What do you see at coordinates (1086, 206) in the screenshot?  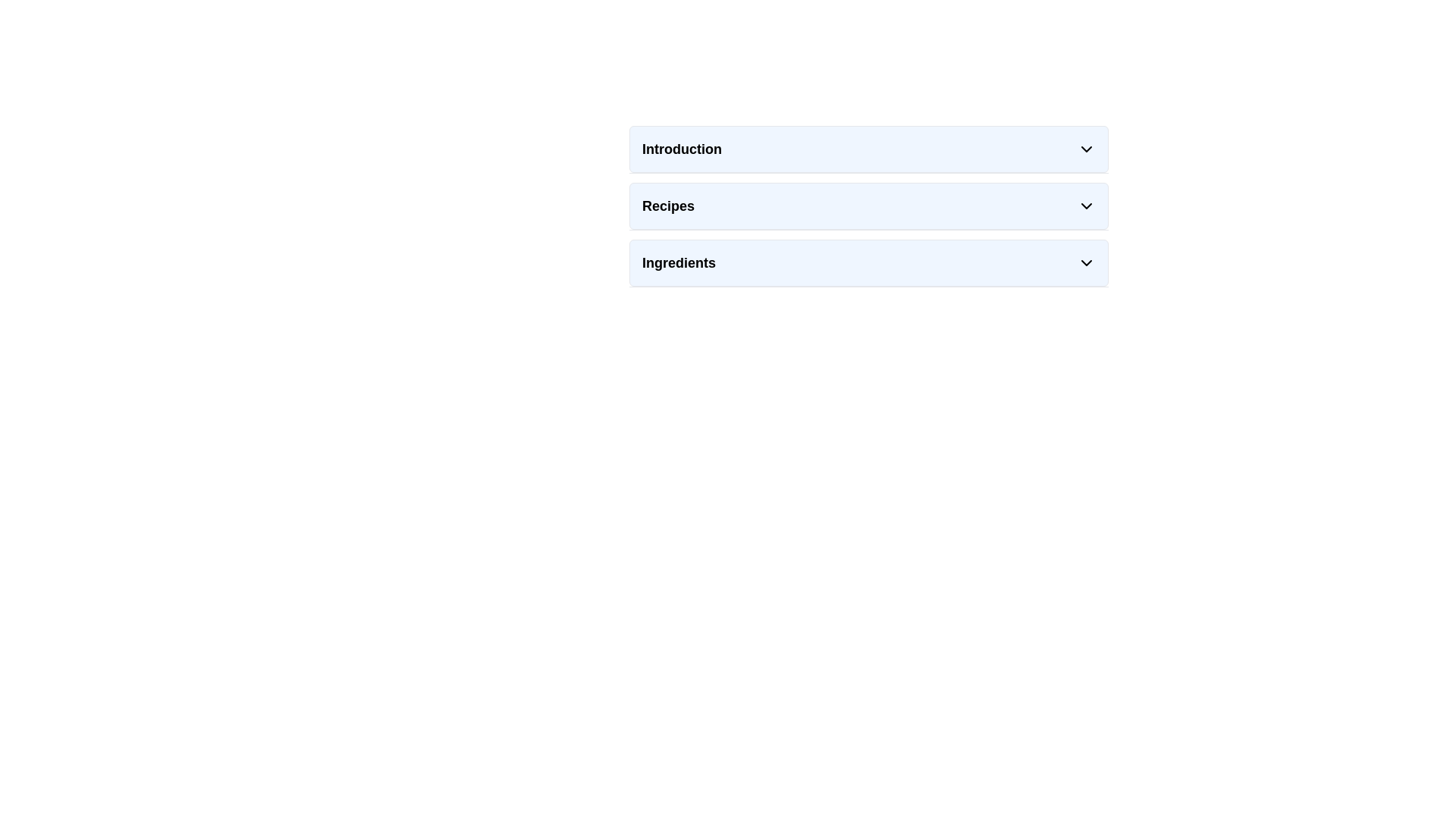 I see `the chevron icon located at the far right end inside the 'Recipes' button to trigger a tooltip if applicable` at bounding box center [1086, 206].